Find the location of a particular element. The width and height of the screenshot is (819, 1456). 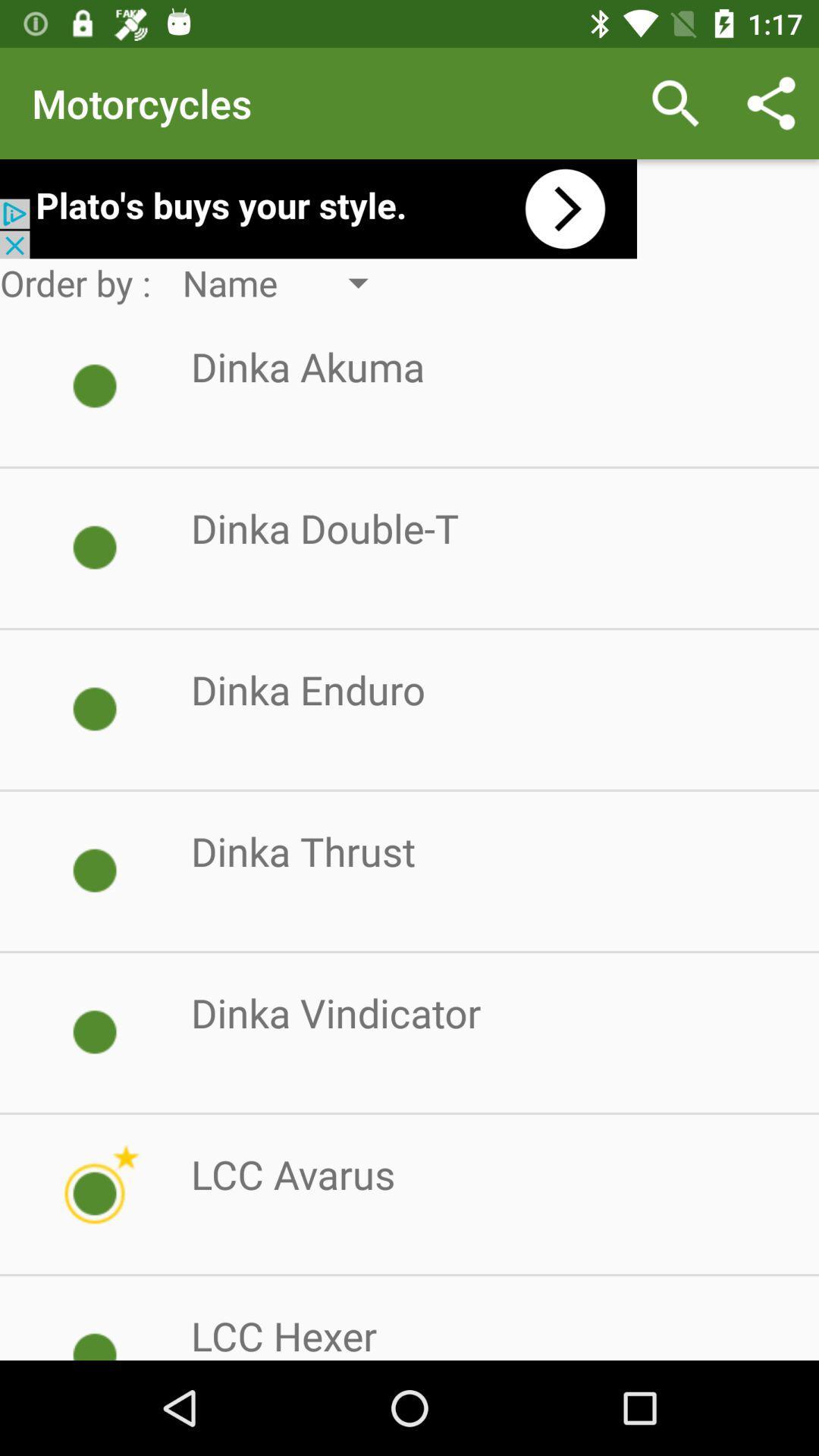

open an advertisements is located at coordinates (318, 208).